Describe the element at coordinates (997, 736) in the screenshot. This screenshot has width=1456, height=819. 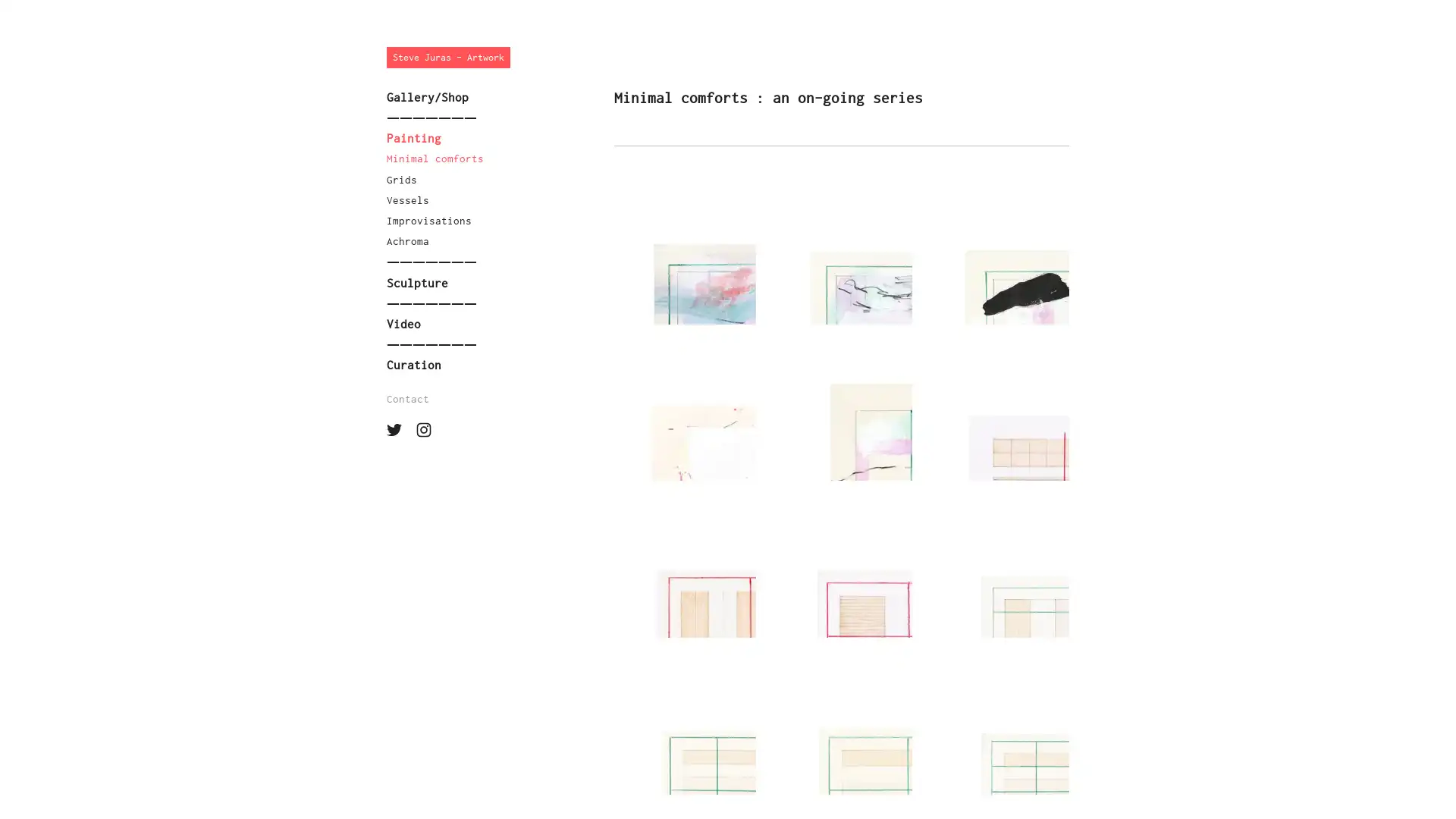
I see `View fullsize Pecking order` at that location.